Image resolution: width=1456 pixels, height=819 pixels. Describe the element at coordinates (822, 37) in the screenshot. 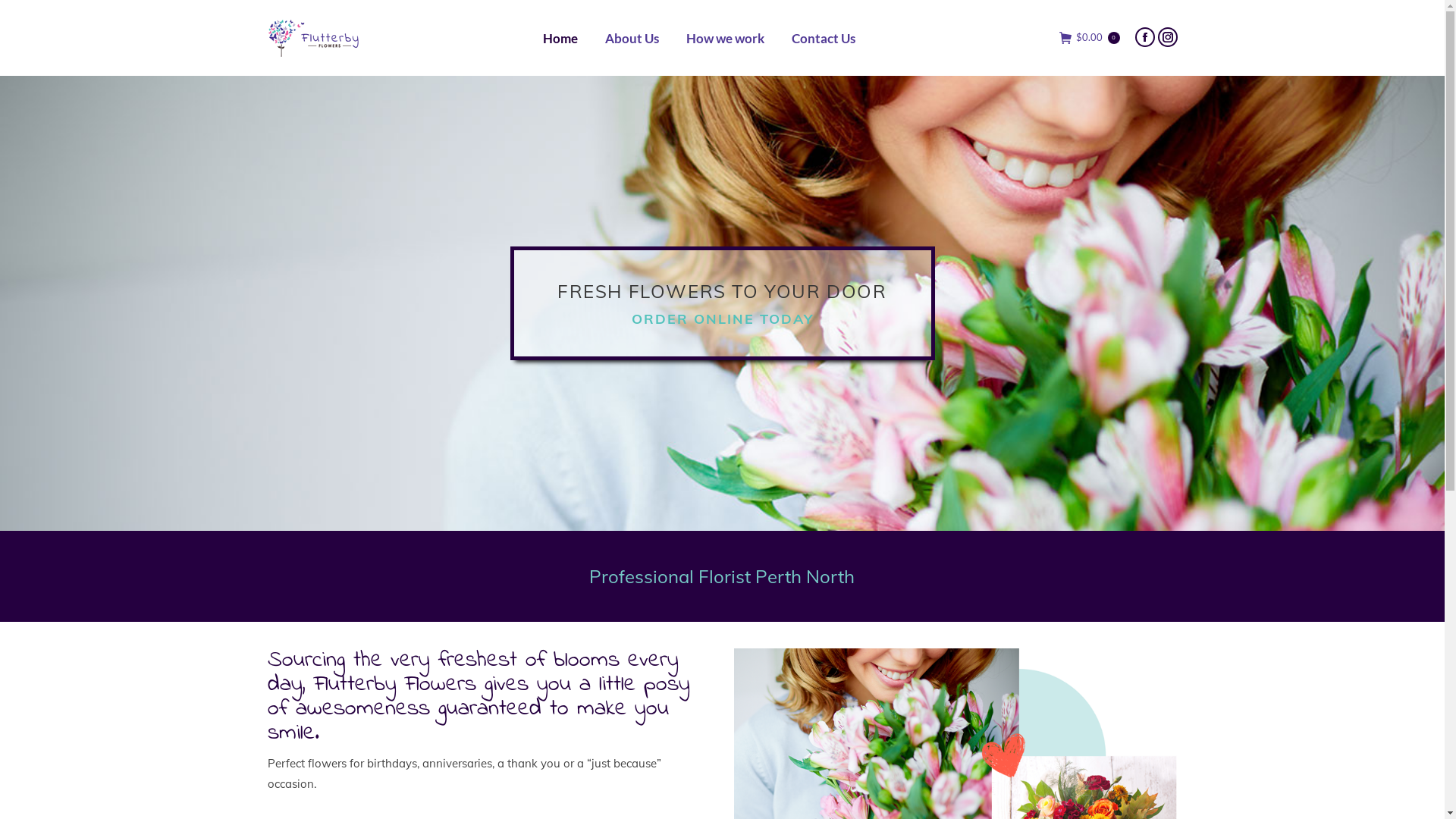

I see `'Contact Us'` at that location.